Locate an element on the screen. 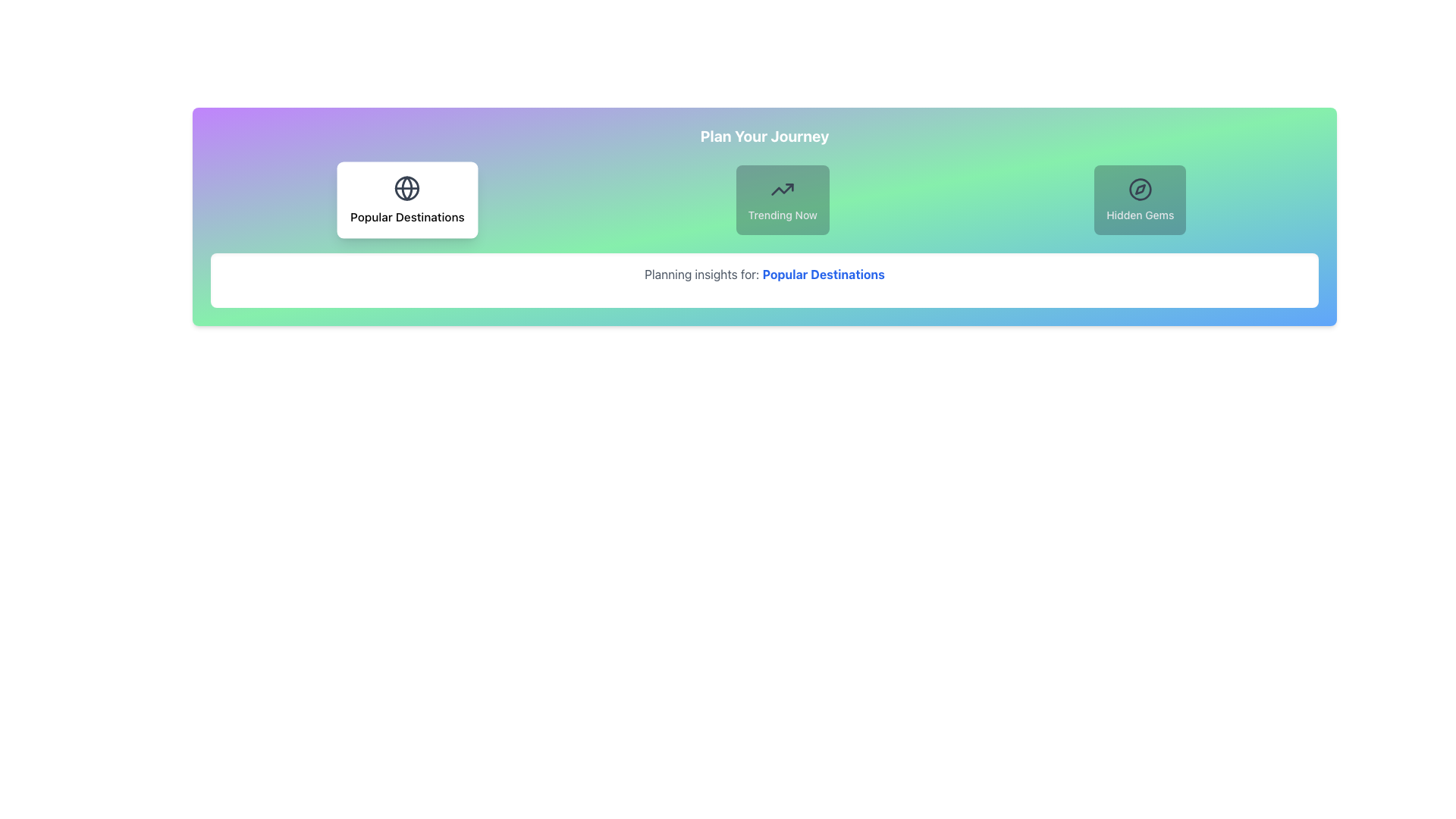 The image size is (1456, 819). the 'Trending Now' button, which is a rectangular button with an upward trending arrow icon and the text 'Trending Now' beneath it, located under the group heading 'Plan Your Journey.' is located at coordinates (783, 199).